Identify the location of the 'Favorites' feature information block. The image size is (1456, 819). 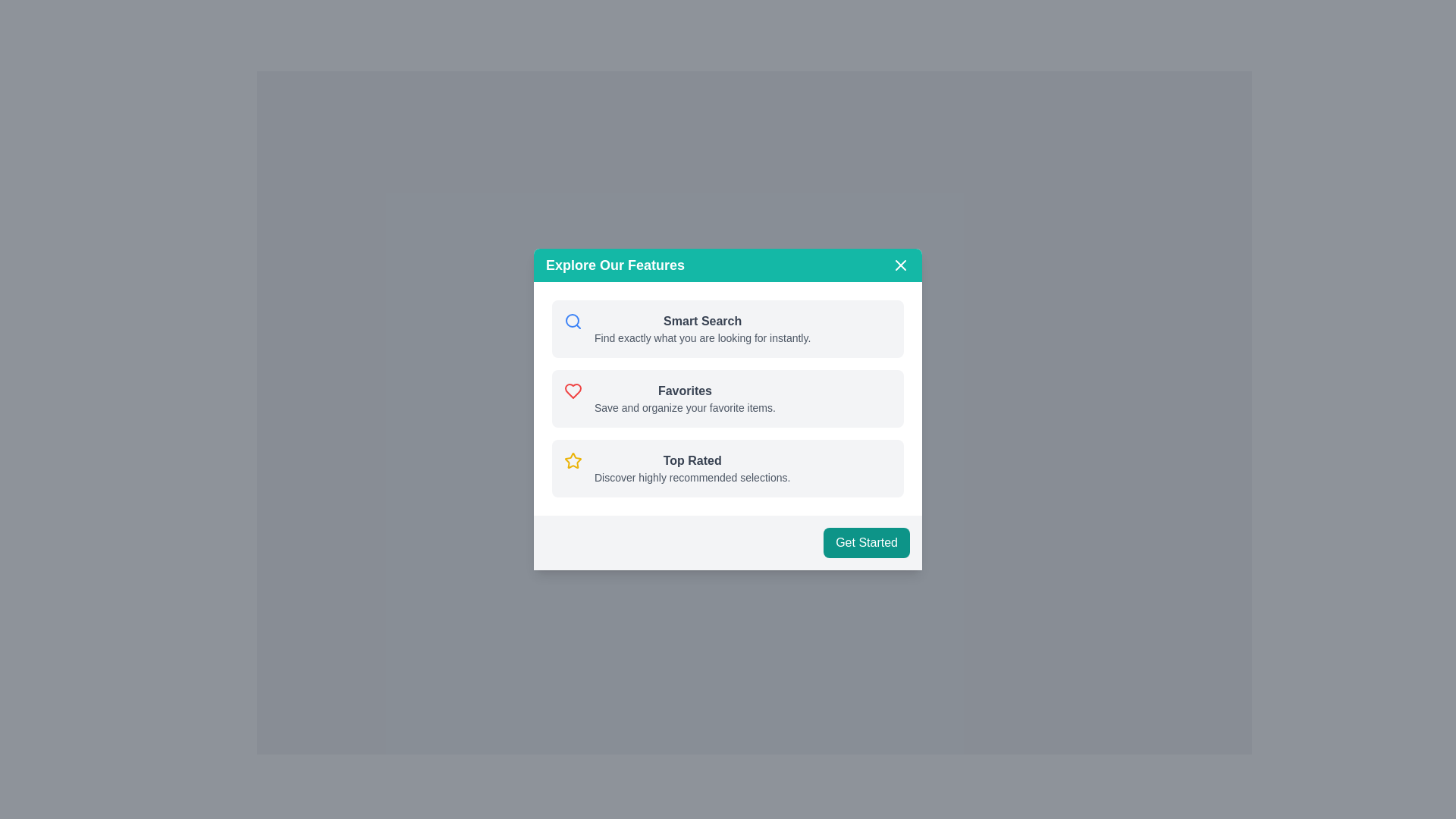
(684, 397).